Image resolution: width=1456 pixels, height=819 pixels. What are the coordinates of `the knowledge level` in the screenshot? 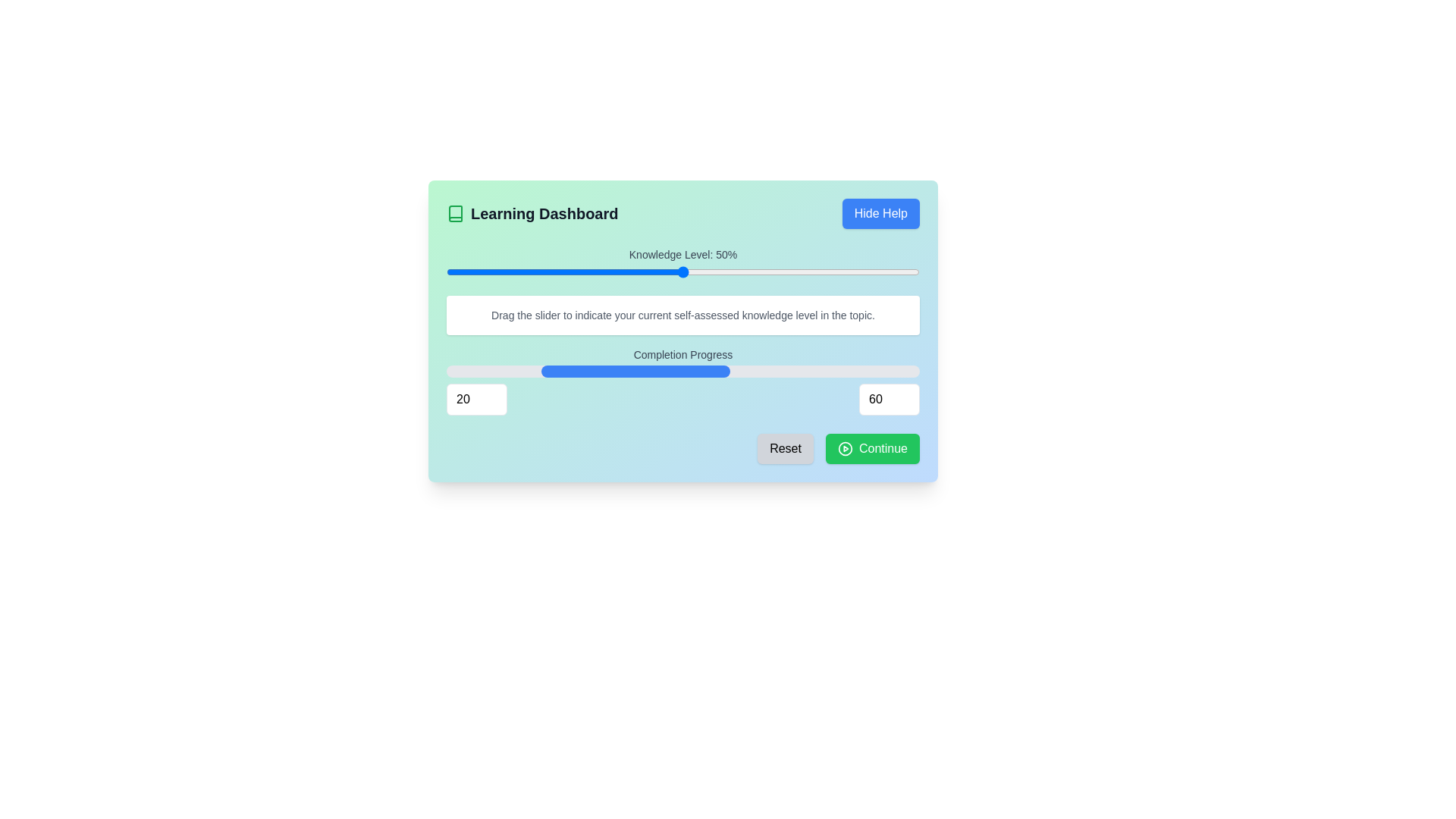 It's located at (550, 271).